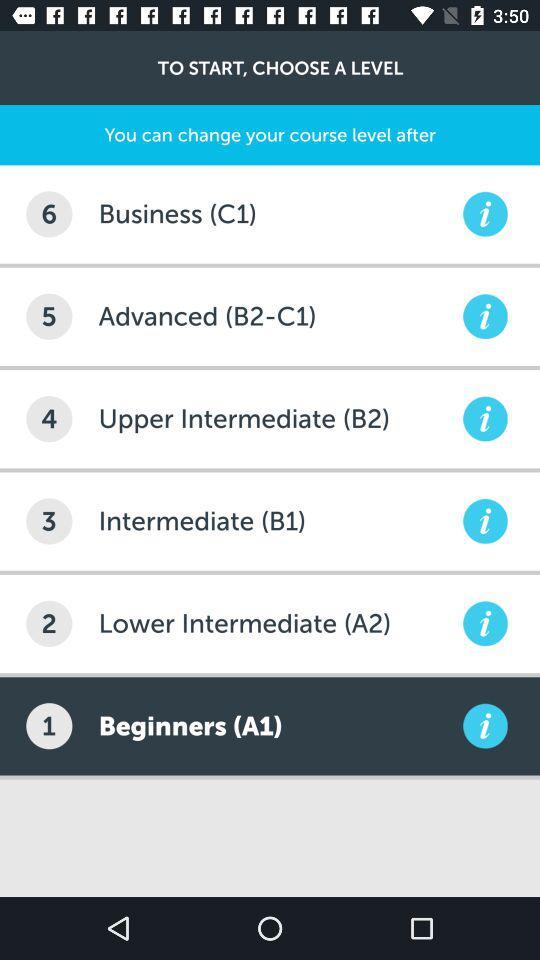  I want to click on item above 1, so click(49, 622).